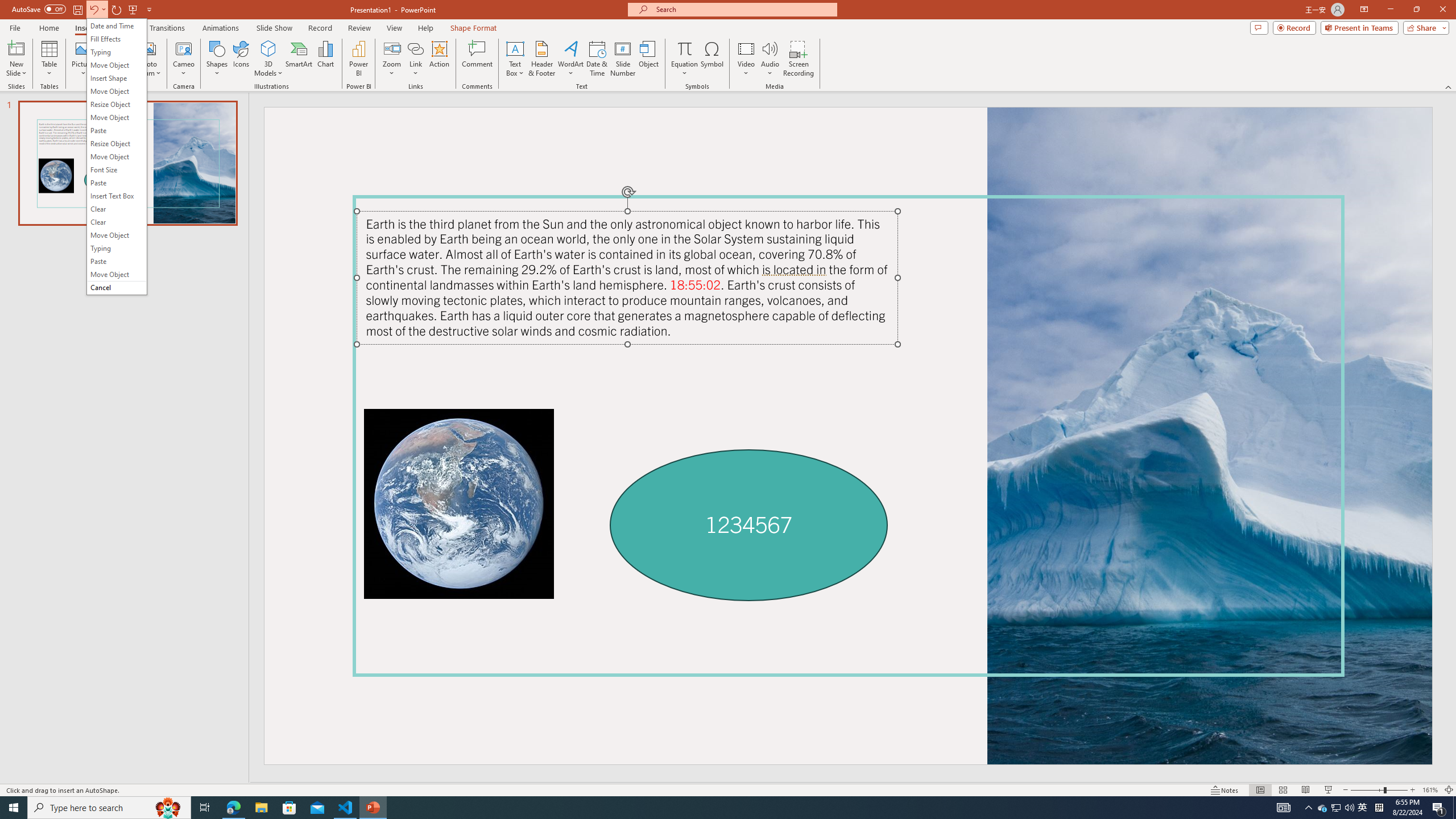 The width and height of the screenshot is (1456, 819). I want to click on 'Zoom Out', so click(1366, 790).